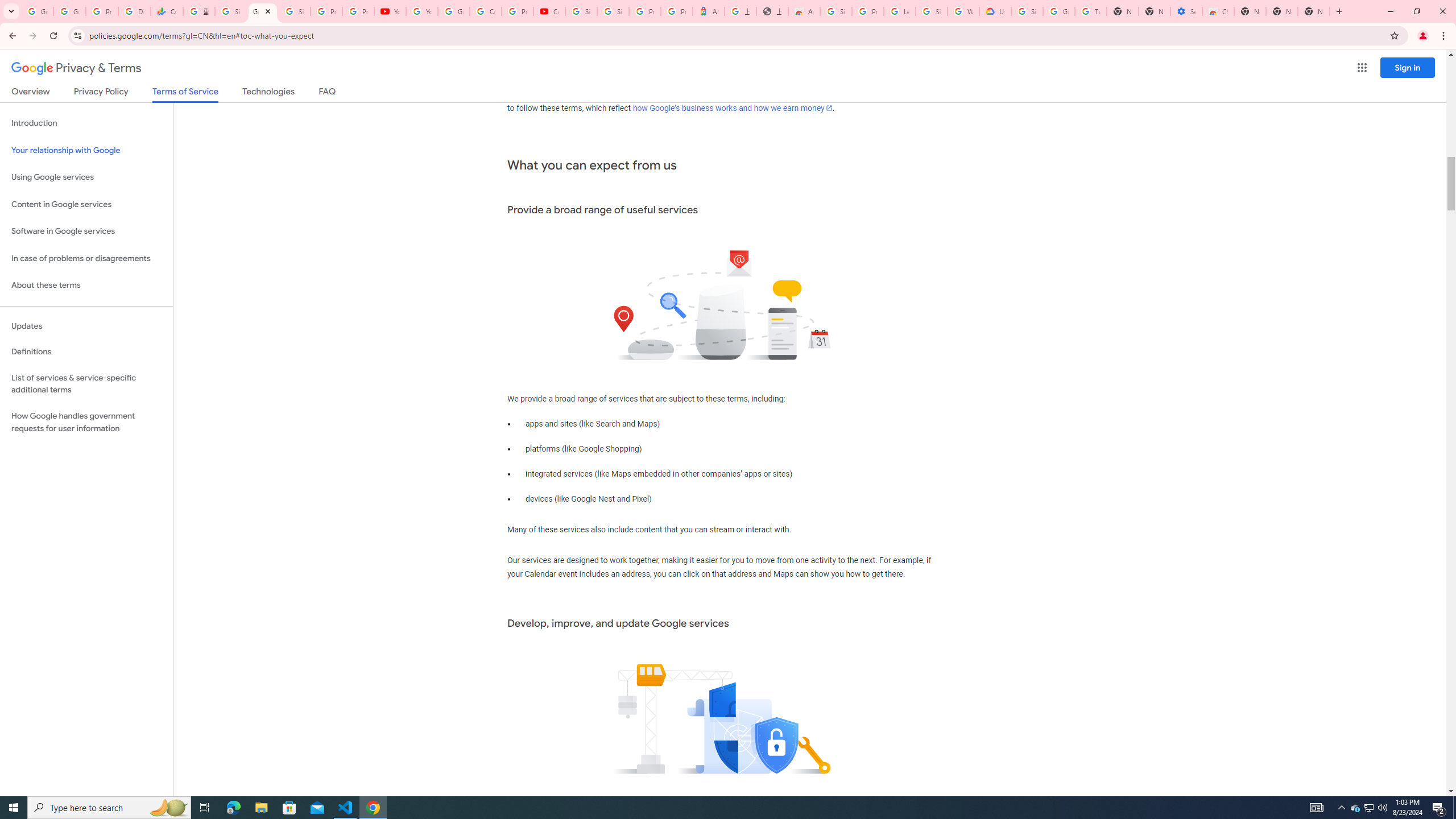 The width and height of the screenshot is (1456, 819). I want to click on 'Minimize', so click(1389, 11).